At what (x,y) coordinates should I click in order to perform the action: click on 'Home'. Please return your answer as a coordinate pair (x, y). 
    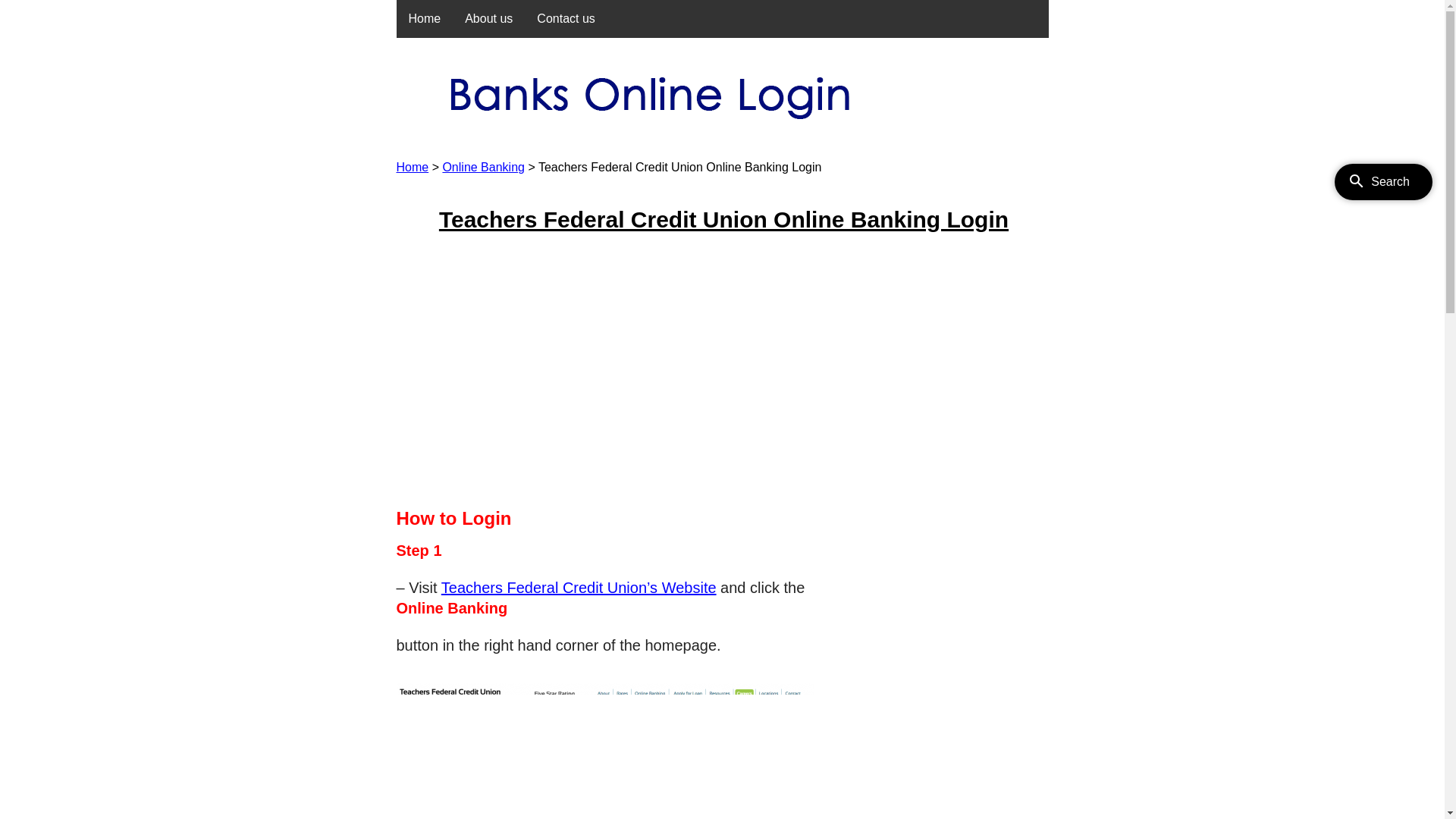
    Looking at the image, I should click on (412, 167).